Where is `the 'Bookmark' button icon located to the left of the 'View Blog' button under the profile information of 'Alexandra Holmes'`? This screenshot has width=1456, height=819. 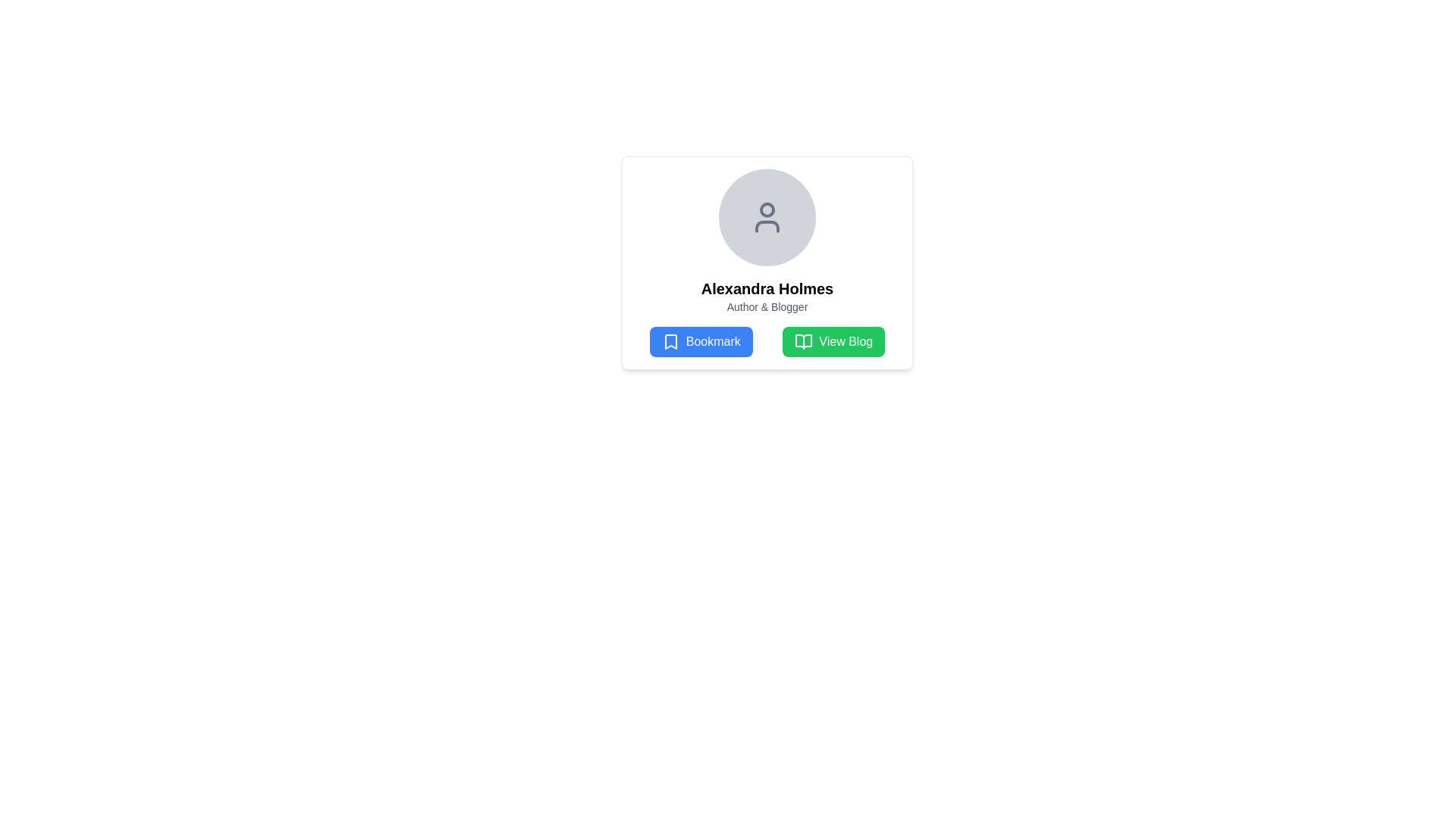 the 'Bookmark' button icon located to the left of the 'View Blog' button under the profile information of 'Alexandra Holmes' is located at coordinates (670, 342).